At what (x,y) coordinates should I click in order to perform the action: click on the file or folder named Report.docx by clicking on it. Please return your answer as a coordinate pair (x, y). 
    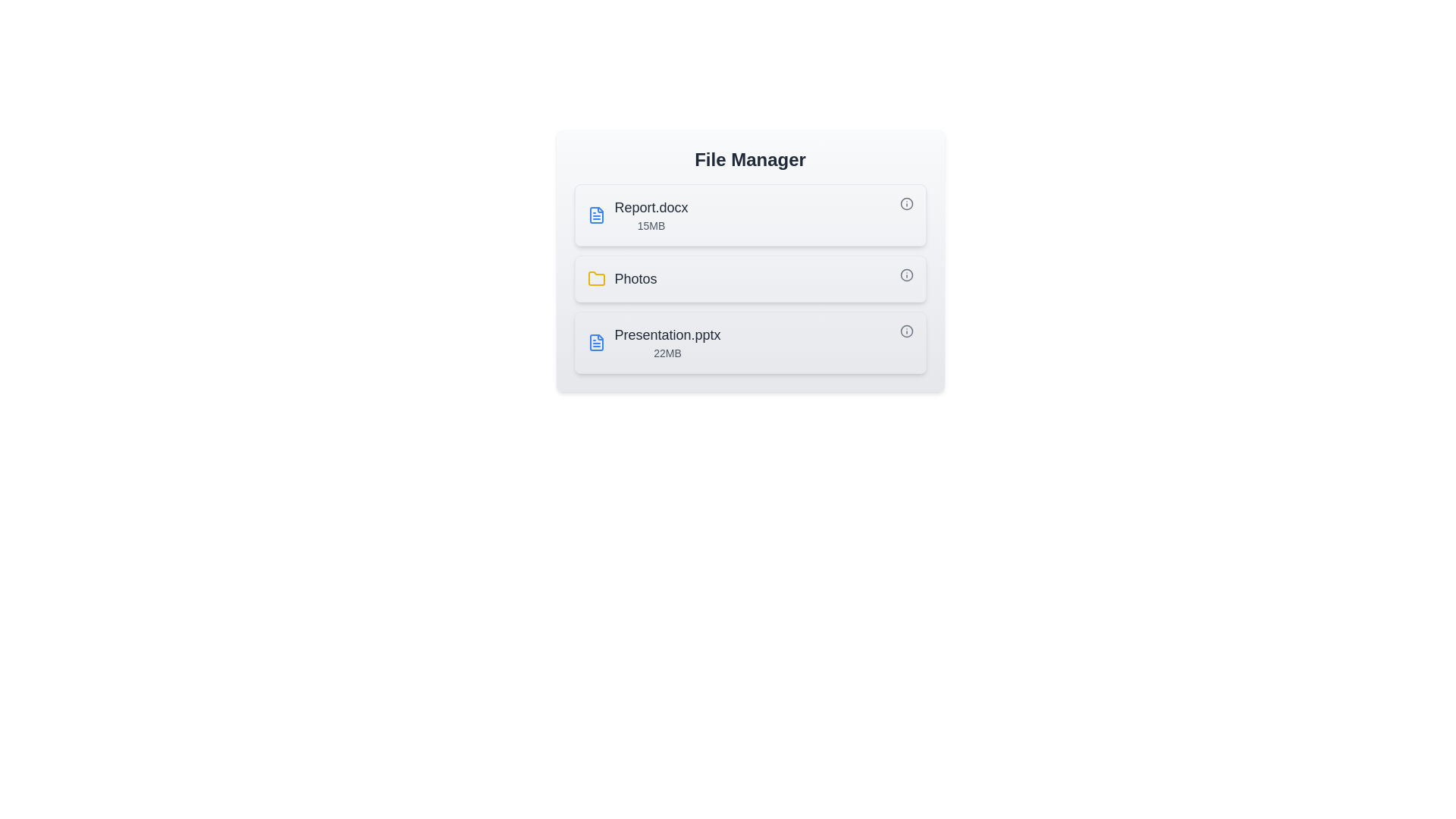
    Looking at the image, I should click on (750, 215).